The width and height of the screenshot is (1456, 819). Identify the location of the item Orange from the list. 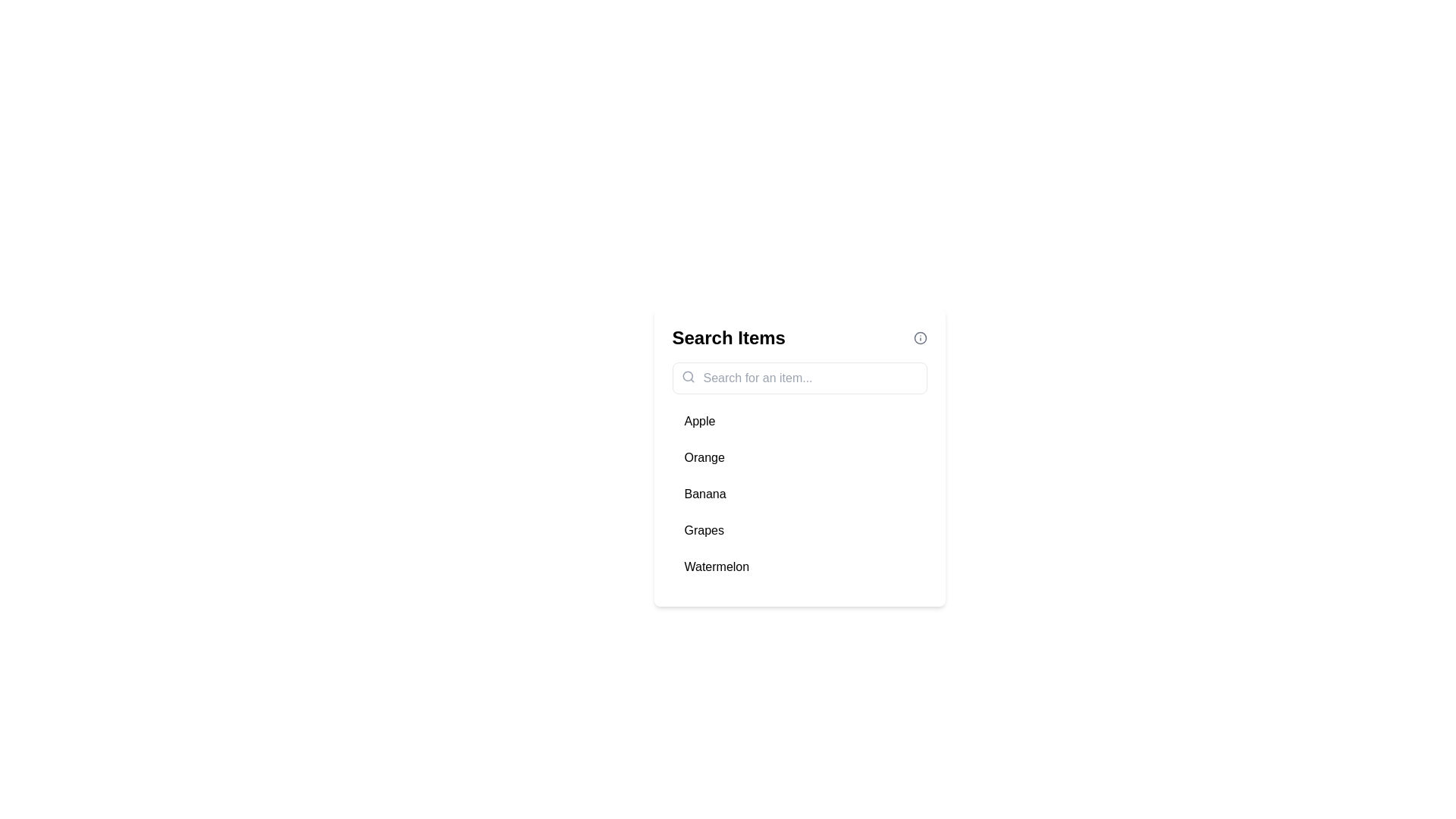
(799, 457).